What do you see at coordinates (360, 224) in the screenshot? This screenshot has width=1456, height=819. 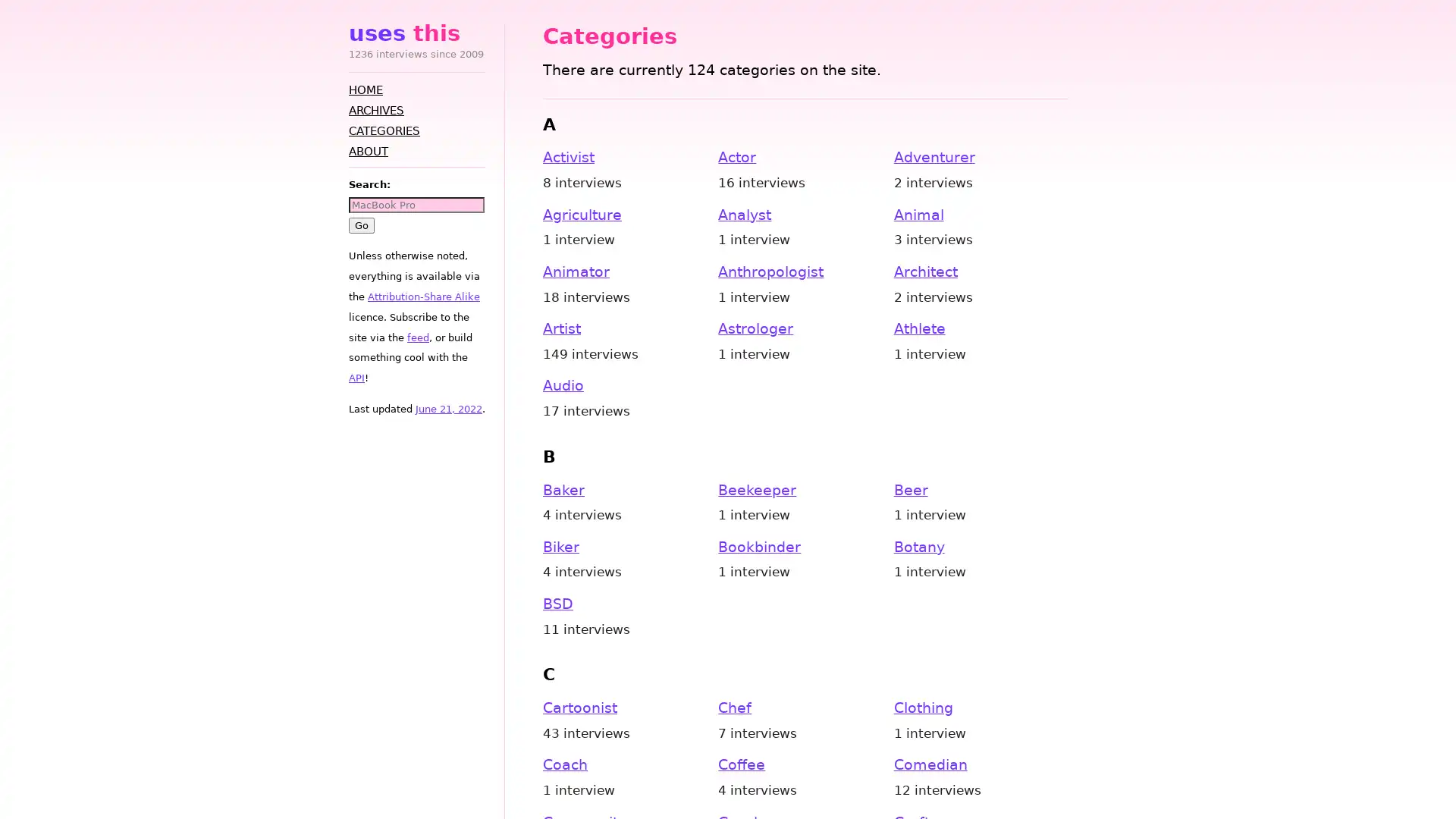 I see `Go` at bounding box center [360, 224].